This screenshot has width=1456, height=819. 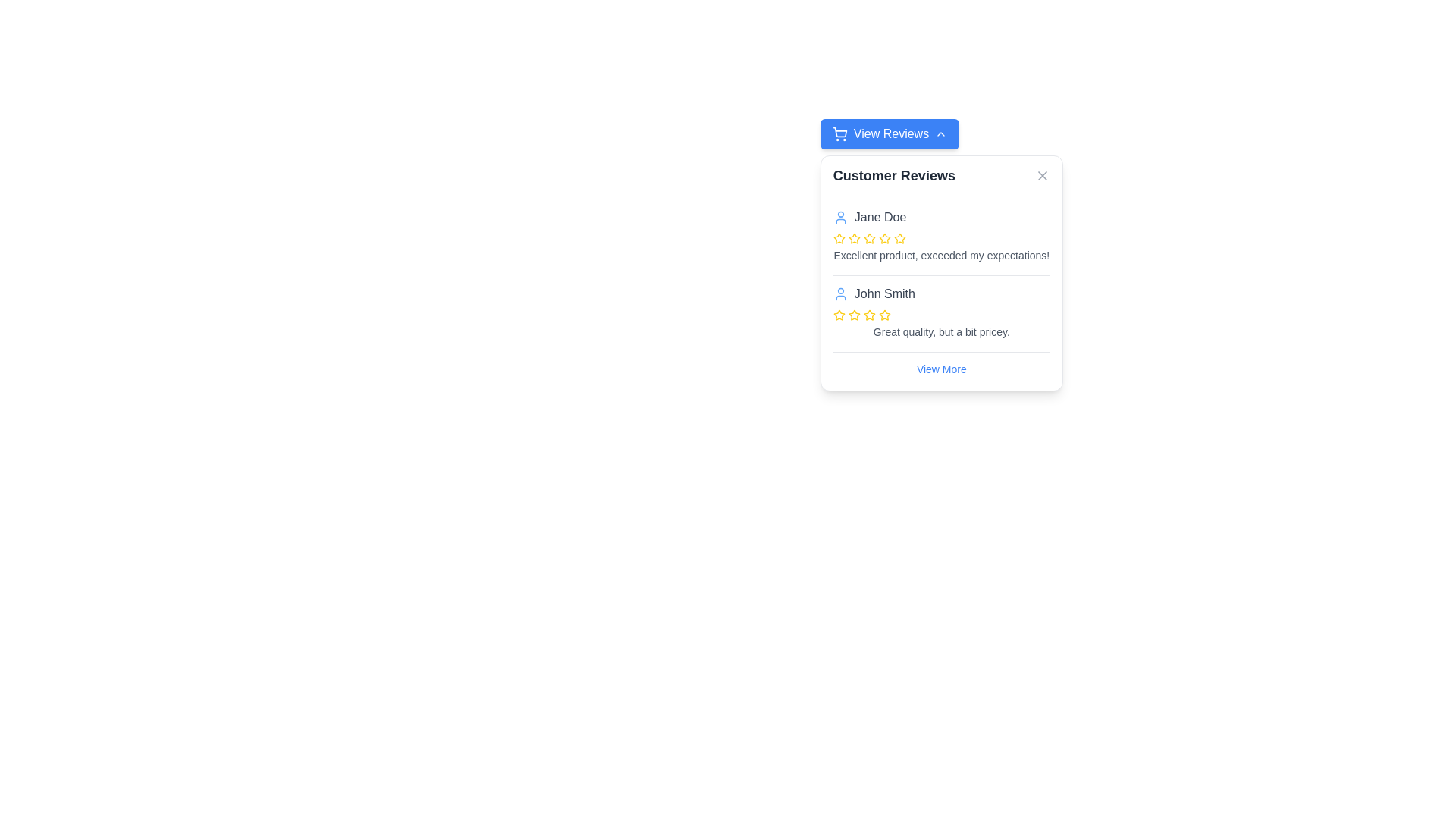 What do you see at coordinates (1041, 174) in the screenshot?
I see `the gray 'X' icon button located in the header section of the 'Customer Reviews' card to change its color to red` at bounding box center [1041, 174].